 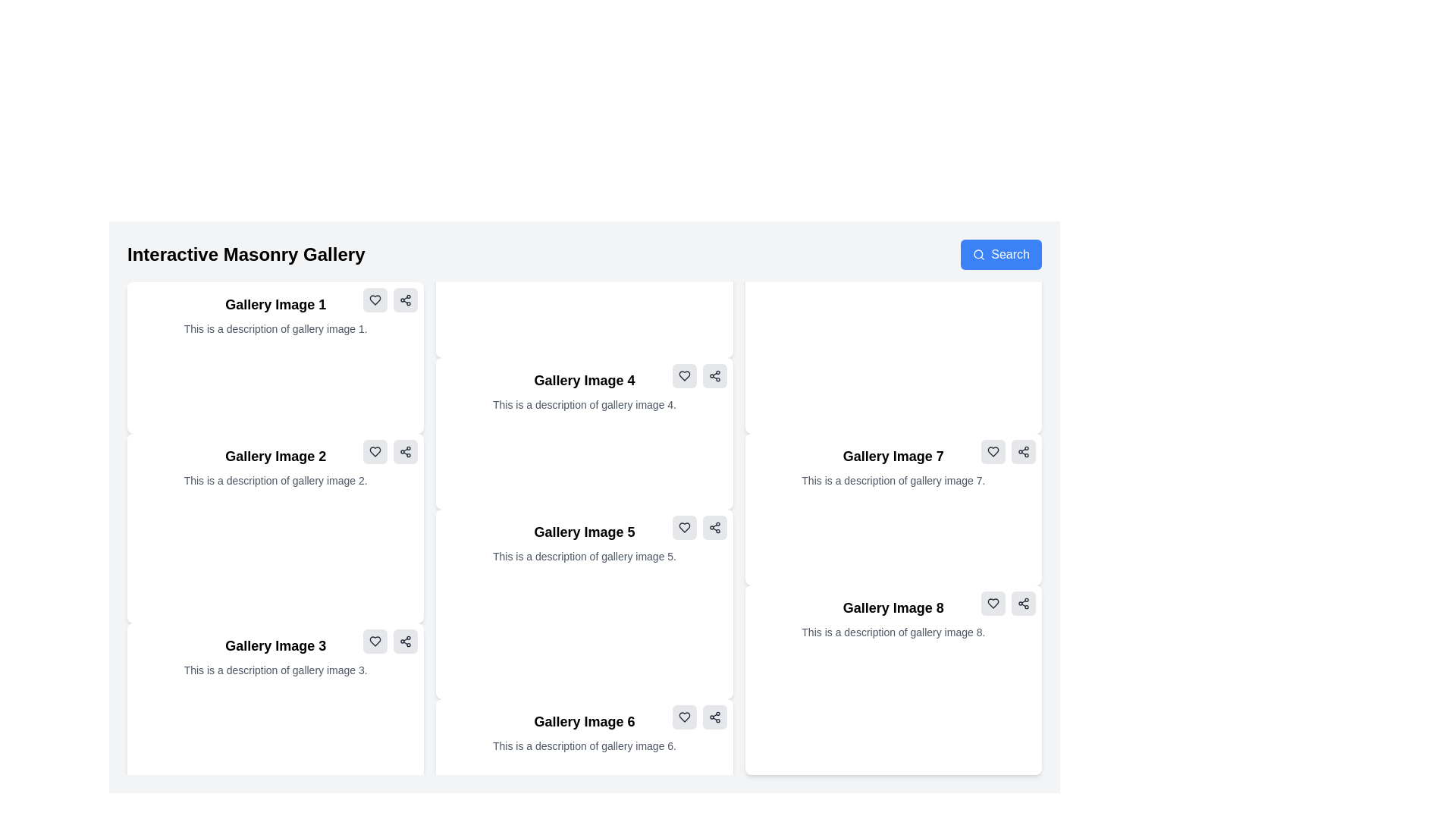 What do you see at coordinates (1023, 451) in the screenshot?
I see `the share button, which is a rounded rectangle with a share icon inside, located in the top-right corner of the card labeled 'Gallery Image 7'` at bounding box center [1023, 451].